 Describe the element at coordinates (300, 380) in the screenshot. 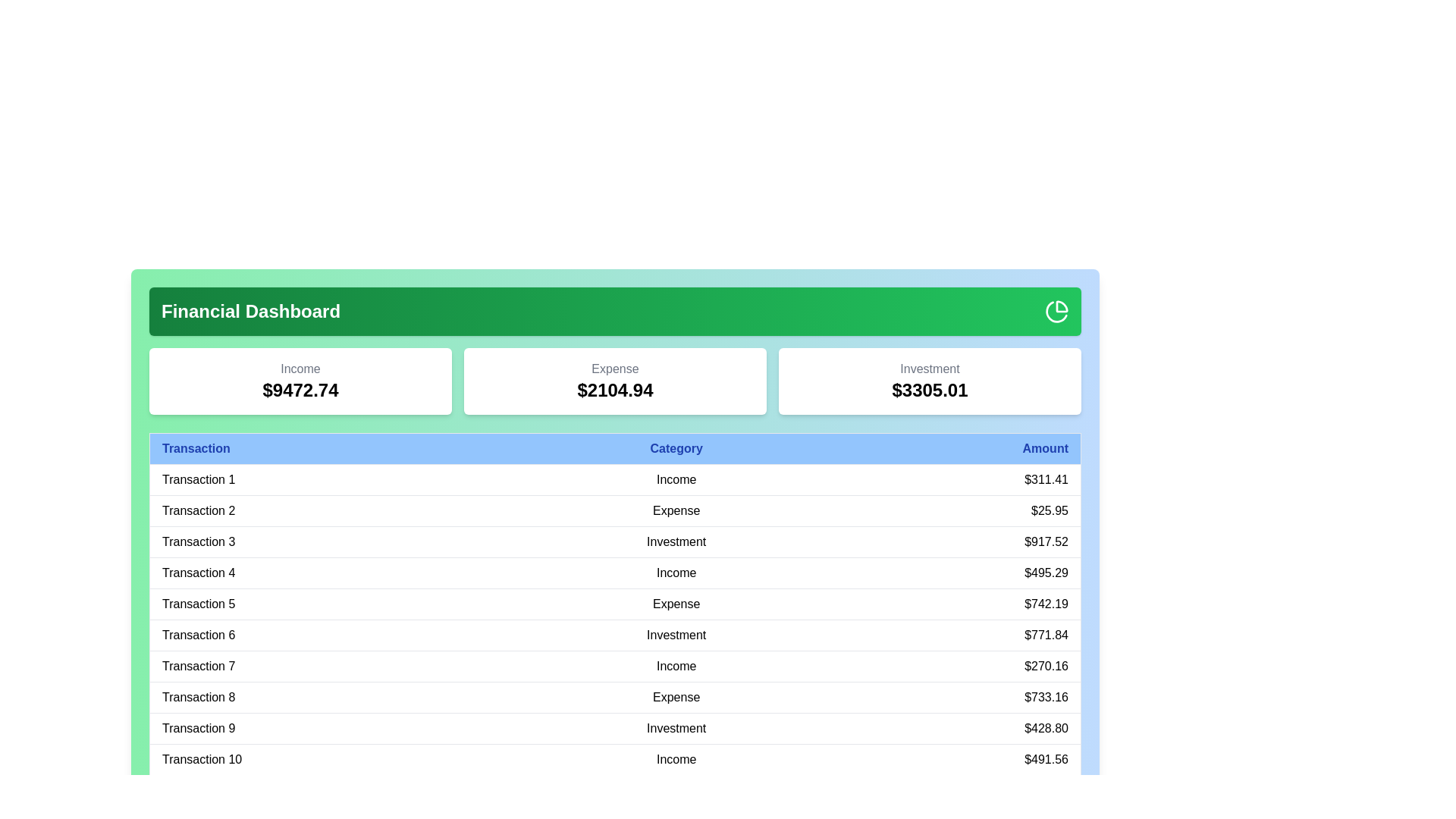

I see `the category total to view its tooltip` at that location.